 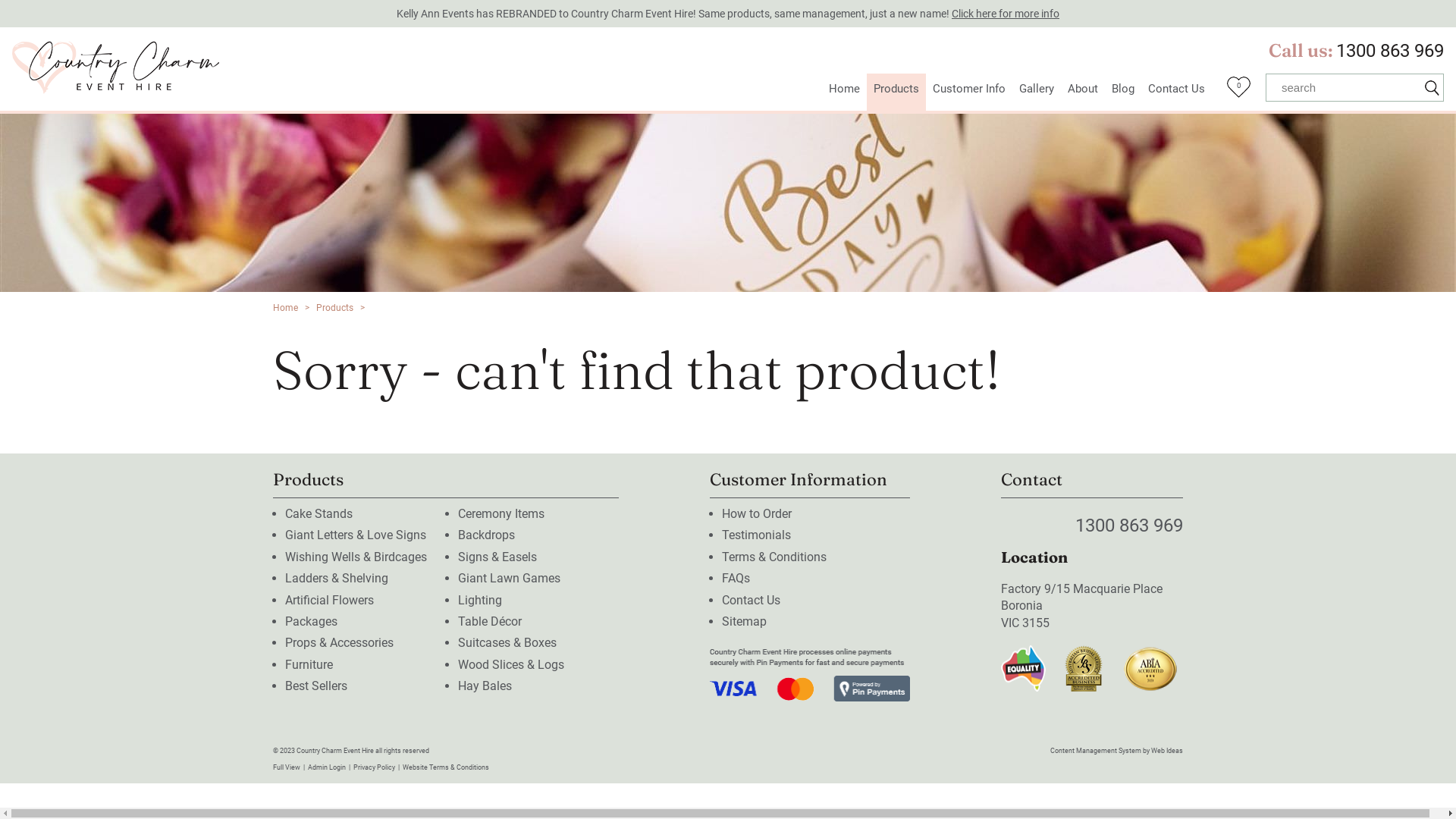 I want to click on 'Website Terms & Conditions', so click(x=445, y=767).